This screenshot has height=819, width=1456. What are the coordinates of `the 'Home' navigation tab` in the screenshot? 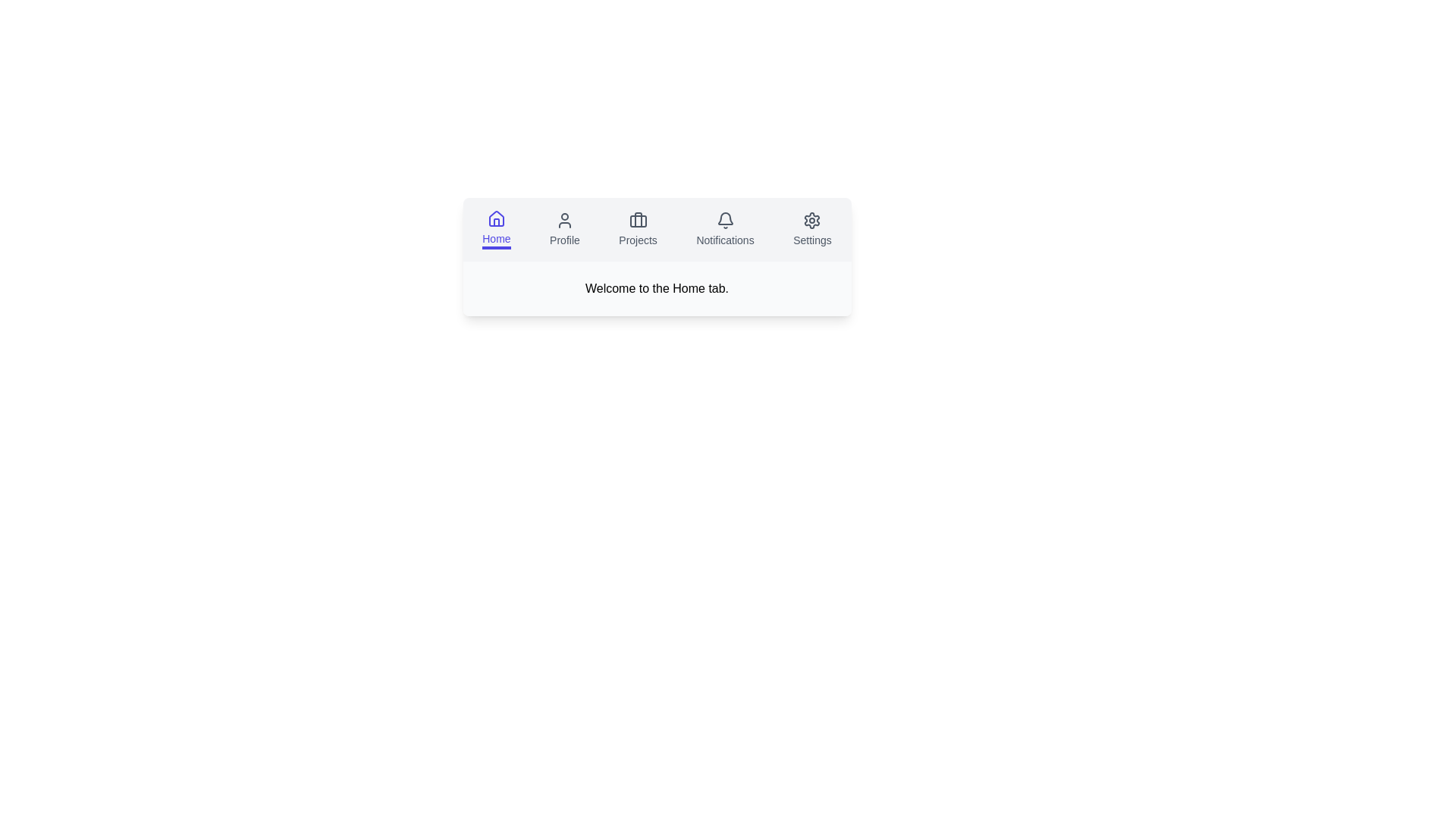 It's located at (496, 230).